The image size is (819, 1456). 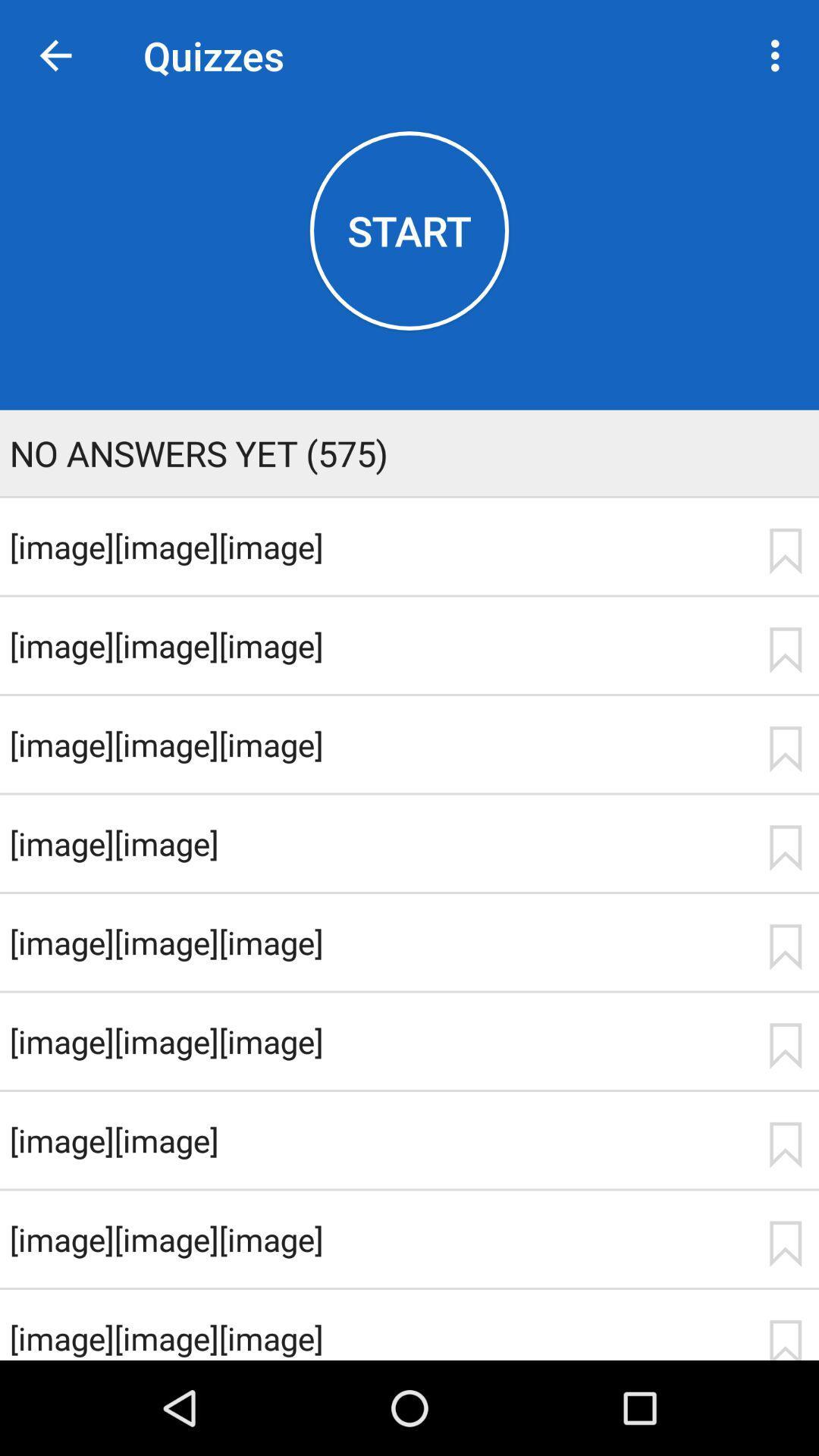 What do you see at coordinates (785, 1045) in the screenshot?
I see `bookmark` at bounding box center [785, 1045].